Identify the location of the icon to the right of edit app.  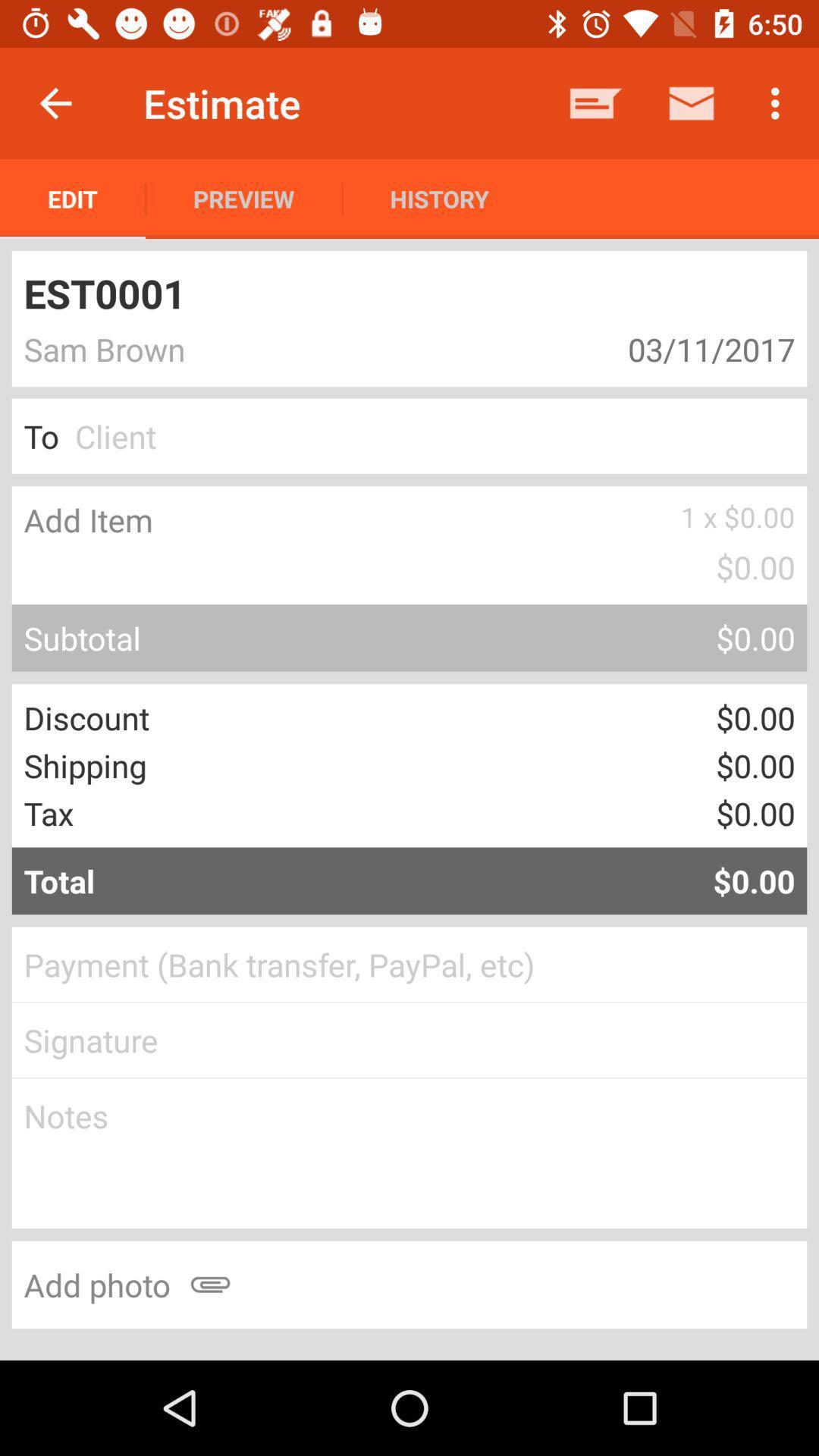
(243, 198).